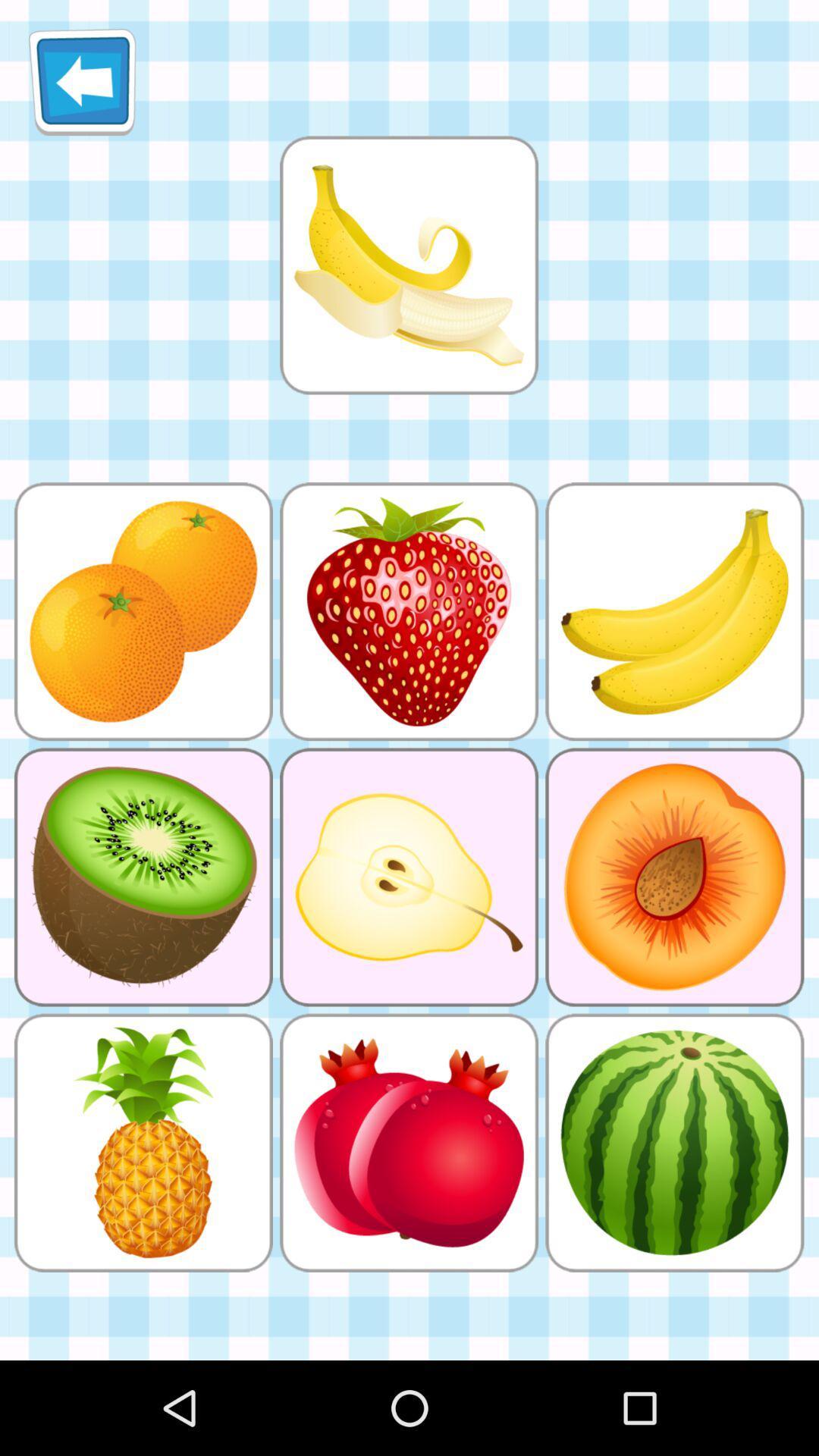 The image size is (819, 1456). What do you see at coordinates (408, 265) in the screenshot?
I see `select picture` at bounding box center [408, 265].